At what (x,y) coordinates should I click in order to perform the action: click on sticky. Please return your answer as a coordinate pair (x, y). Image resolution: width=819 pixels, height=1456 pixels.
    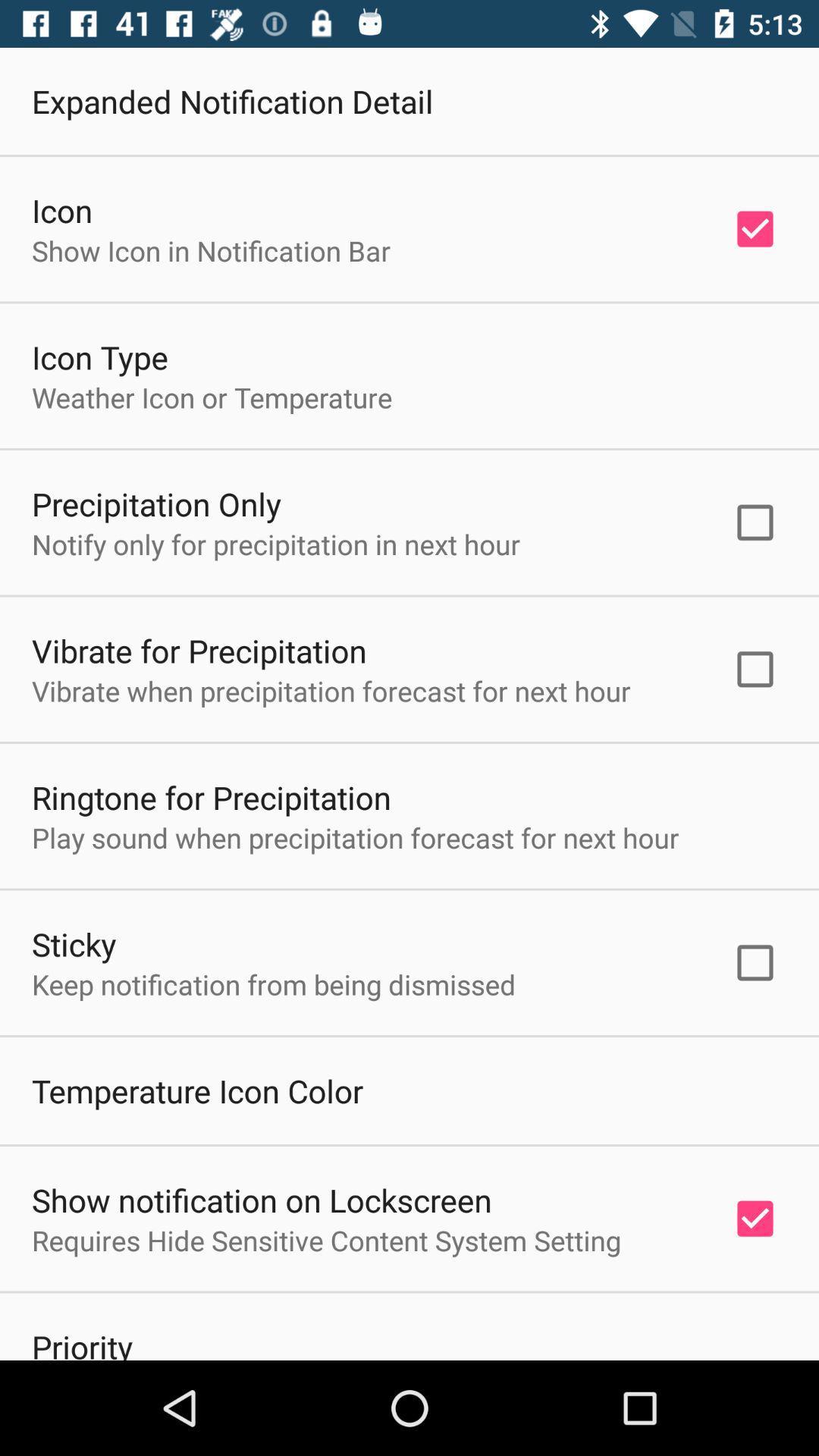
    Looking at the image, I should click on (74, 943).